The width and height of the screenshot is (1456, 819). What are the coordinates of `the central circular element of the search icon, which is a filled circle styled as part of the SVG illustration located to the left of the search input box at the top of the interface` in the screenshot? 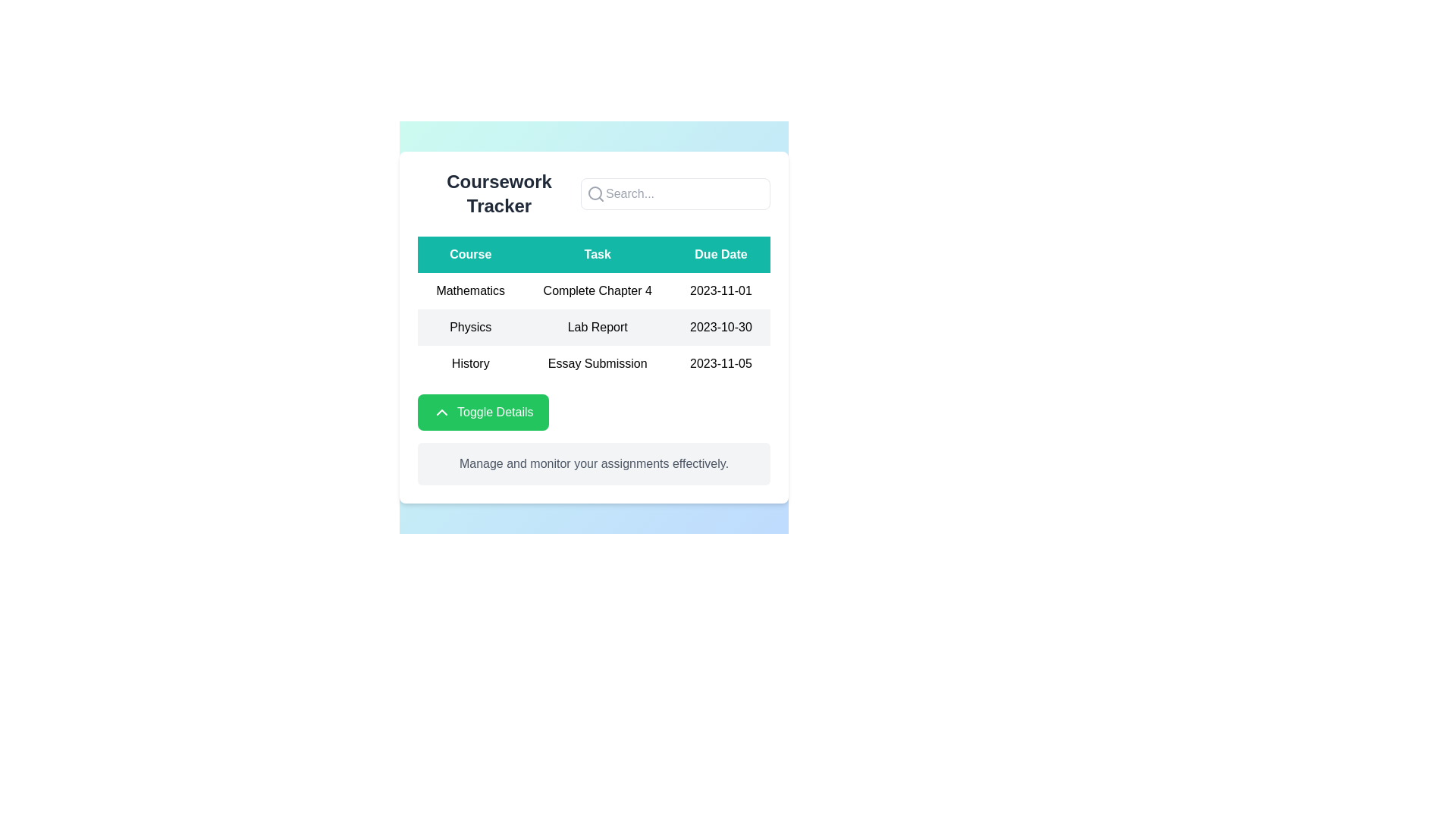 It's located at (595, 192).